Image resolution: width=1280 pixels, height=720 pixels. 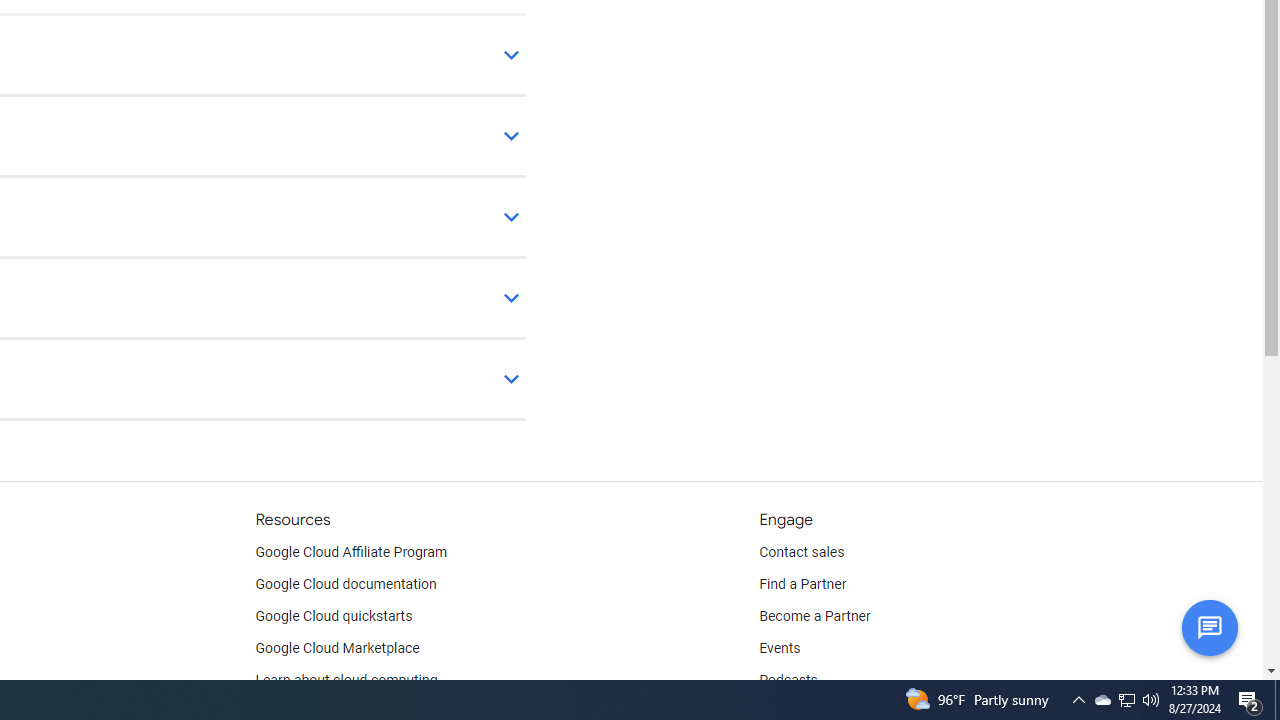 I want to click on 'Google Cloud Affiliate Program', so click(x=351, y=552).